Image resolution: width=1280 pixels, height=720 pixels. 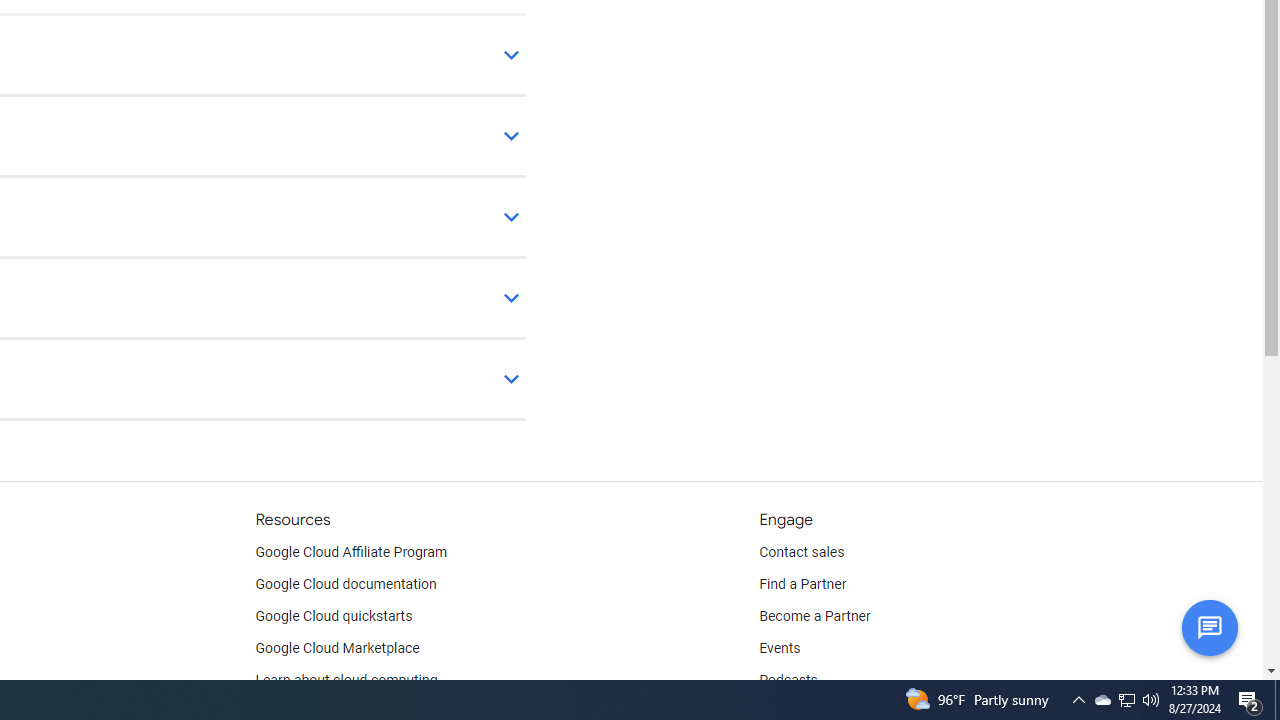 I want to click on 'Google Cloud Affiliate Program', so click(x=351, y=552).